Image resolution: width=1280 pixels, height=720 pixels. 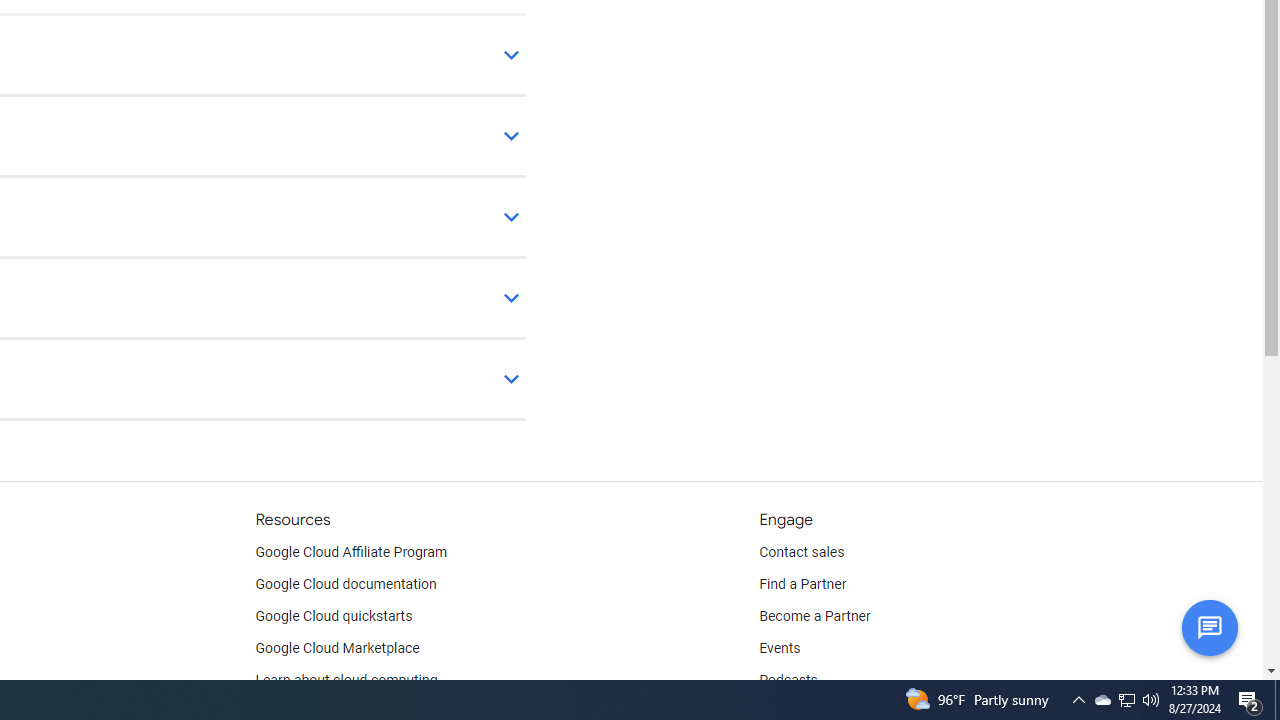 I want to click on 'Google Cloud Affiliate Program', so click(x=351, y=552).